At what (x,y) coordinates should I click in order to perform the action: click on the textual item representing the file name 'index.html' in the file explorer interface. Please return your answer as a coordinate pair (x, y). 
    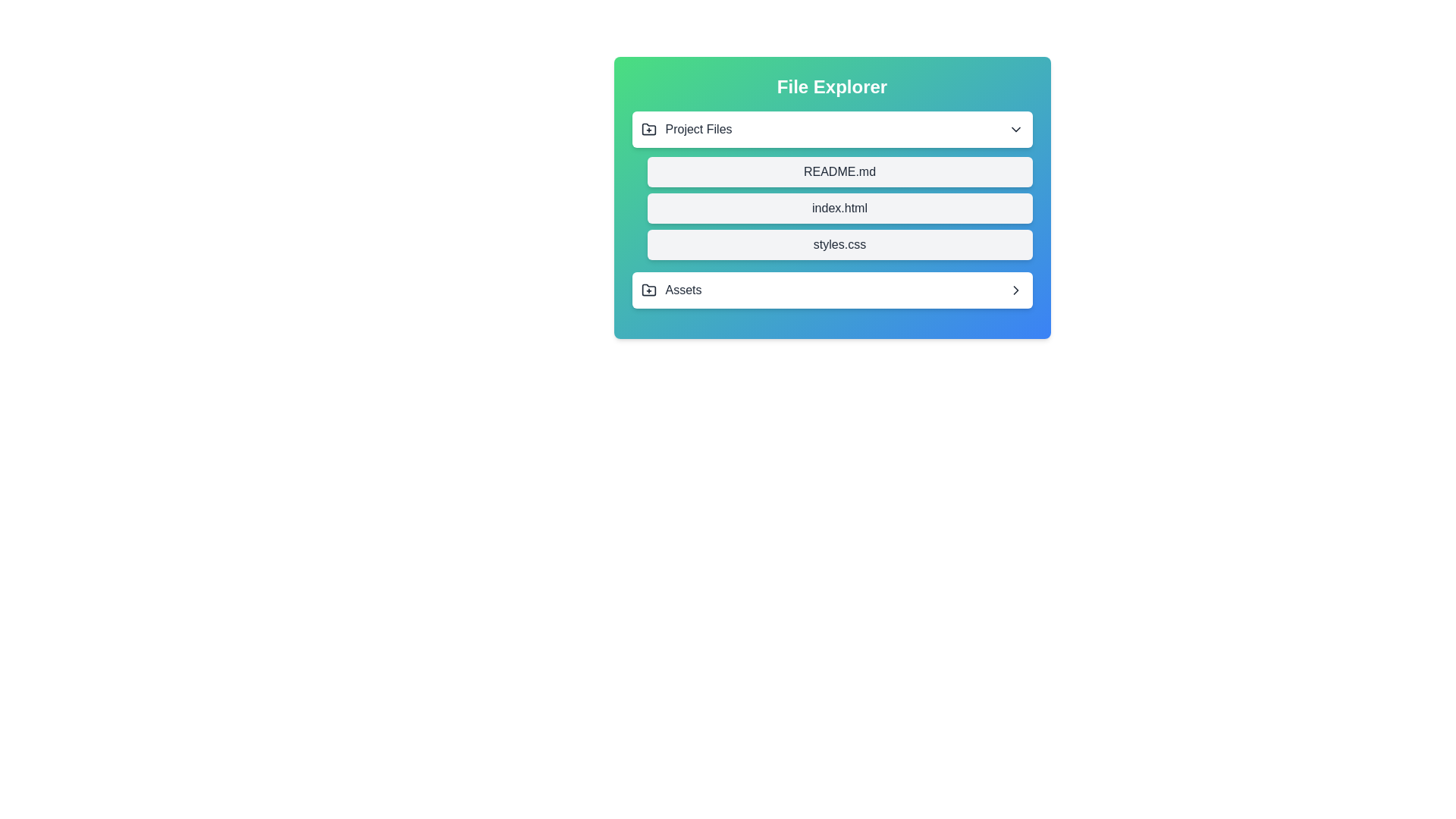
    Looking at the image, I should click on (831, 197).